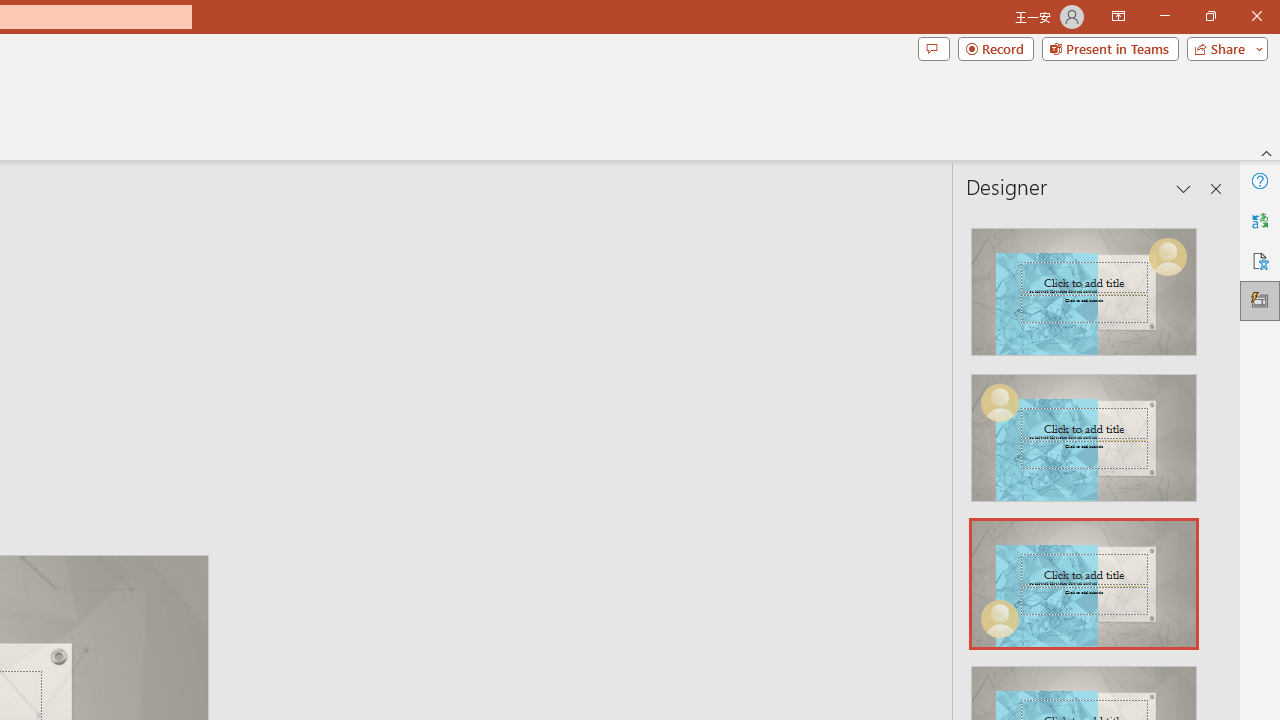  I want to click on 'Collapse the Ribbon', so click(1266, 152).